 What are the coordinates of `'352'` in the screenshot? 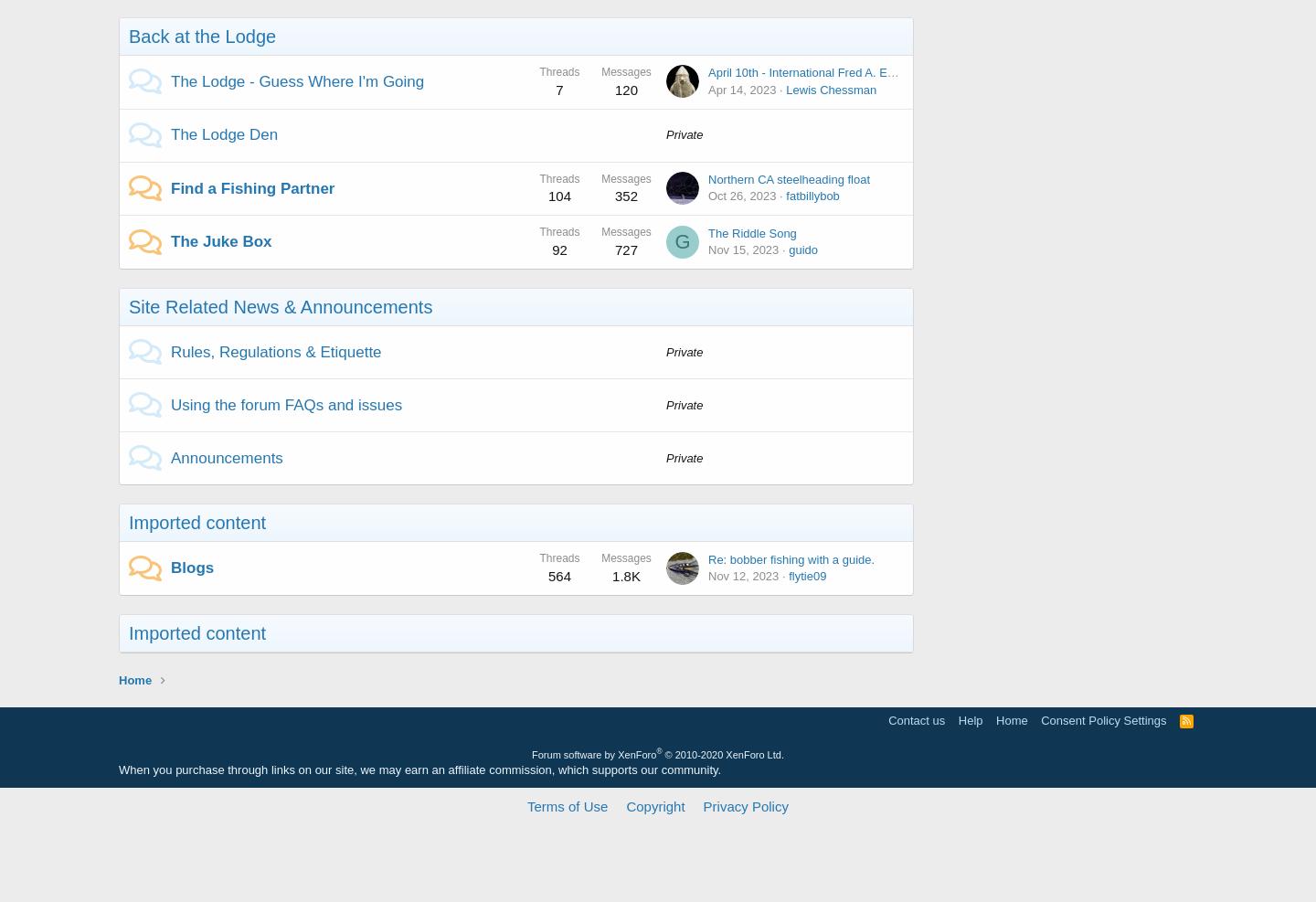 It's located at (626, 196).